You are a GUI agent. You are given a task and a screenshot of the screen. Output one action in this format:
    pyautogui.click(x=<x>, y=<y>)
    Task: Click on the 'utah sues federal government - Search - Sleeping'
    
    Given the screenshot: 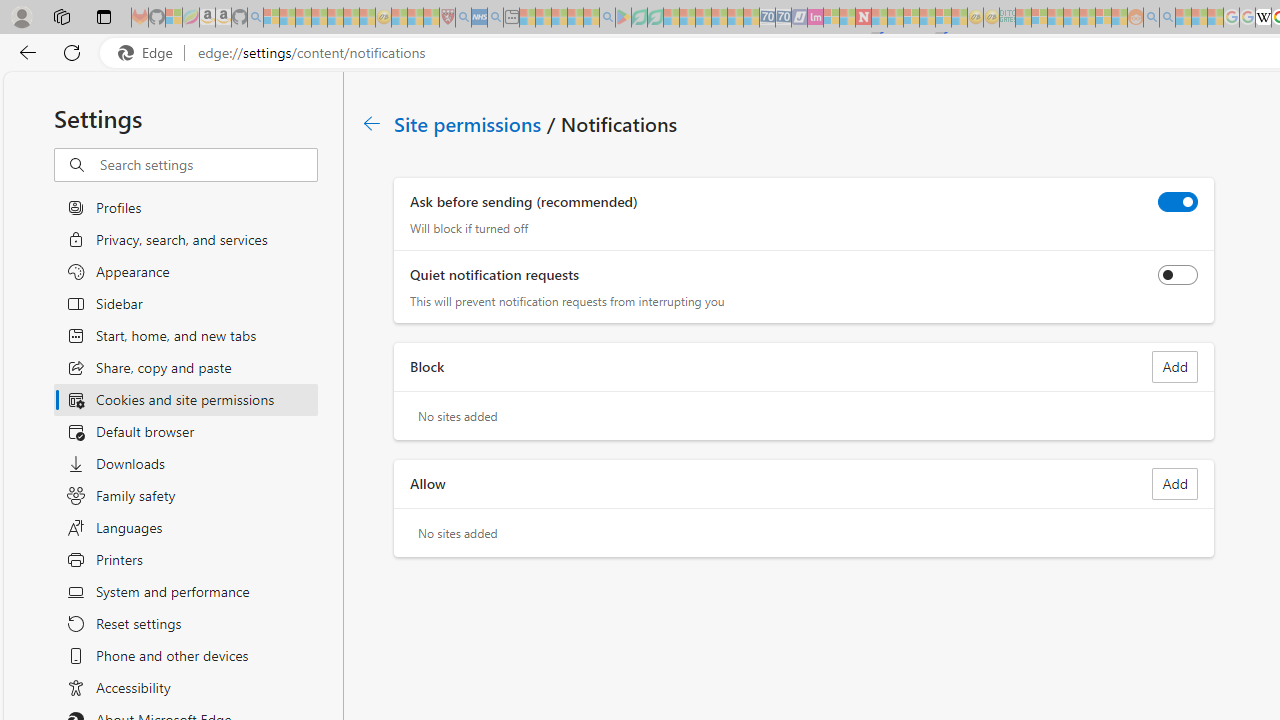 What is the action you would take?
    pyautogui.click(x=495, y=17)
    